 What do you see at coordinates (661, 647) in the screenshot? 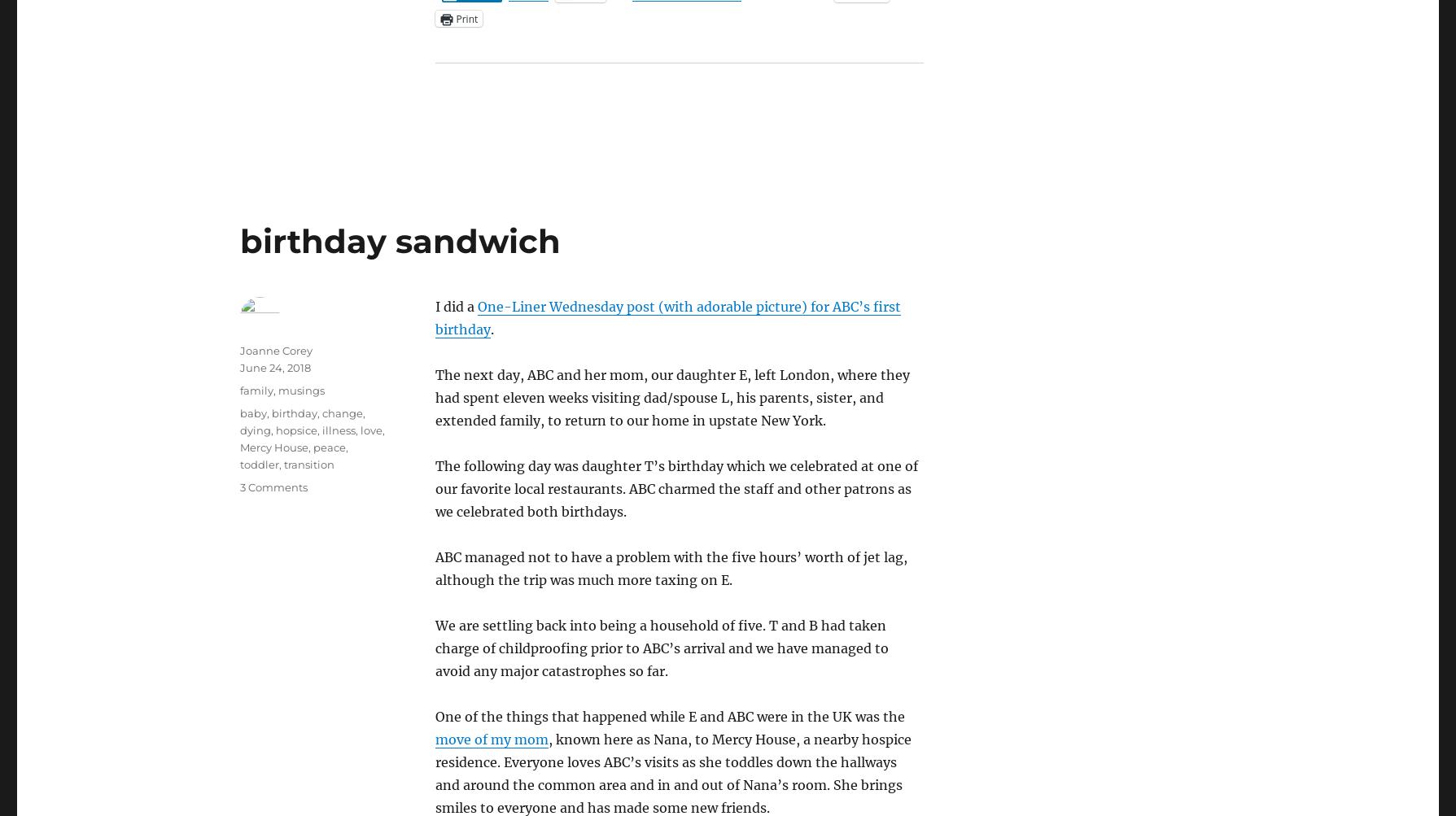
I see `'We are settling back into being a household of five. T and B had taken charge of childproofing prior to ABC’s arrival and we have managed to avoid any major catastrophes so far.'` at bounding box center [661, 647].